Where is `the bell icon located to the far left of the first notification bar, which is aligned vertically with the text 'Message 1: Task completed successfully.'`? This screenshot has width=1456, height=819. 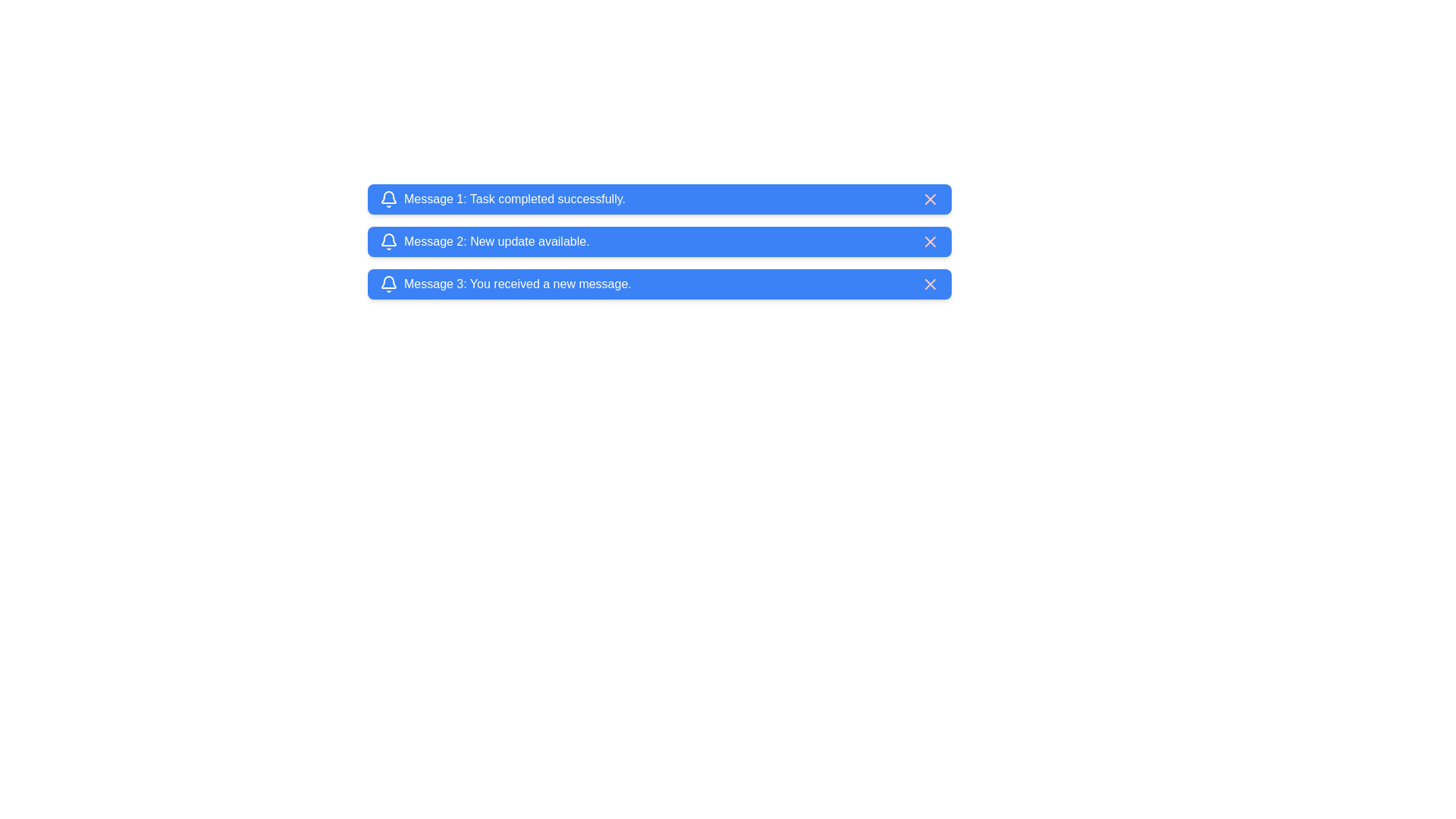
the bell icon located to the far left of the first notification bar, which is aligned vertically with the text 'Message 1: Task completed successfully.' is located at coordinates (389, 198).